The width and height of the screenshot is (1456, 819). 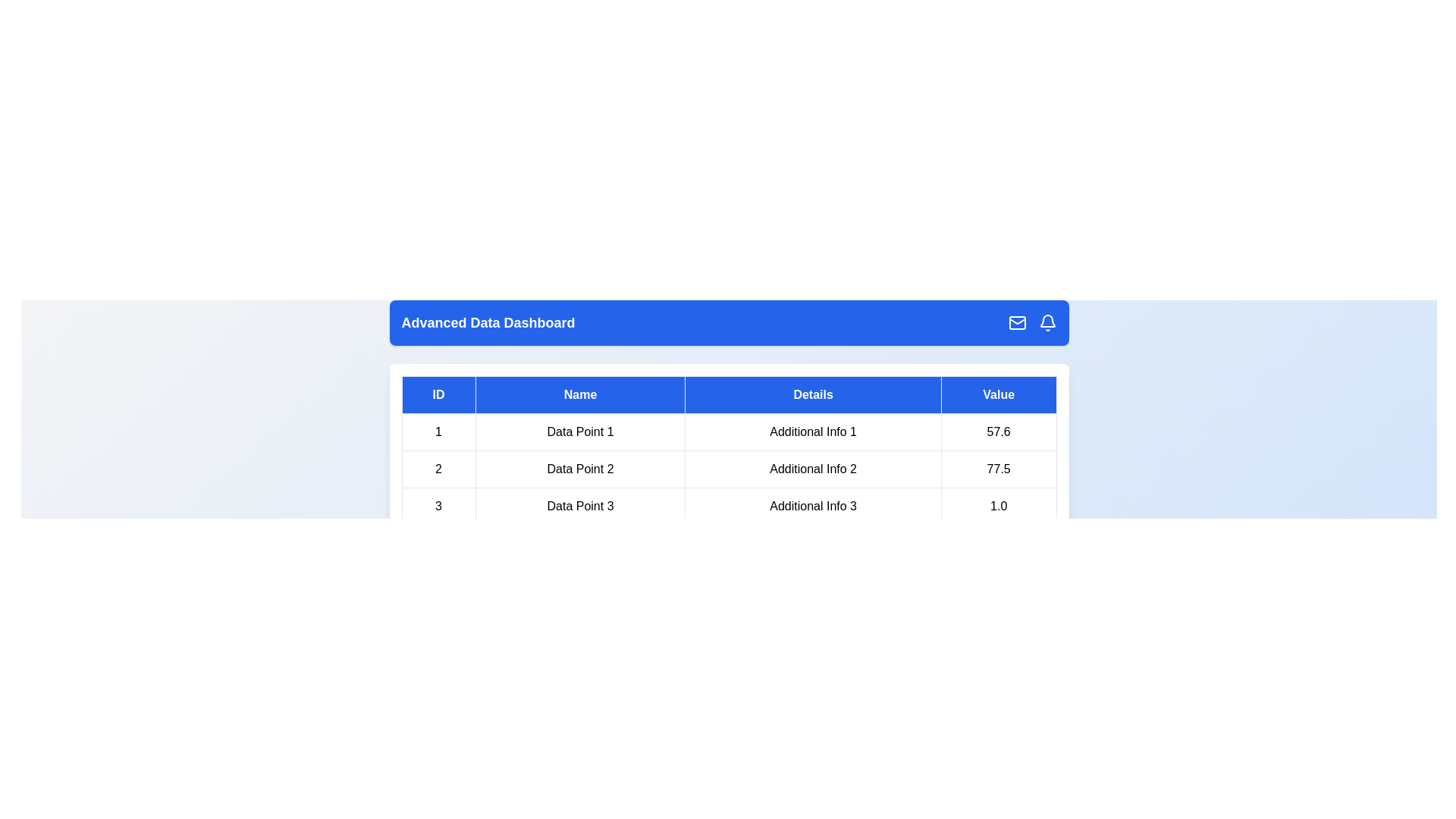 I want to click on the header icon Mail, so click(x=1017, y=322).